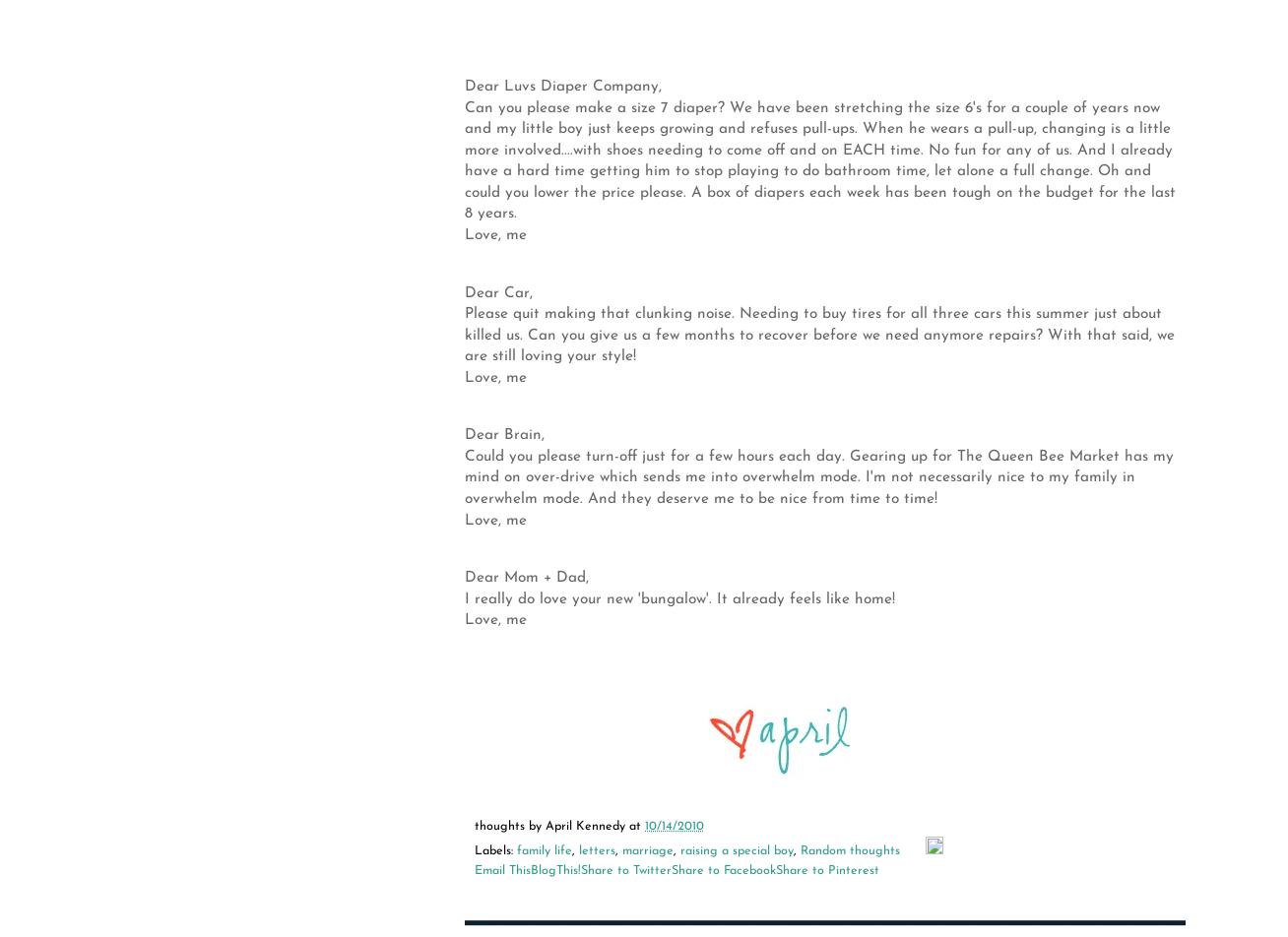  I want to click on 'Share to Pinterest', so click(774, 870).